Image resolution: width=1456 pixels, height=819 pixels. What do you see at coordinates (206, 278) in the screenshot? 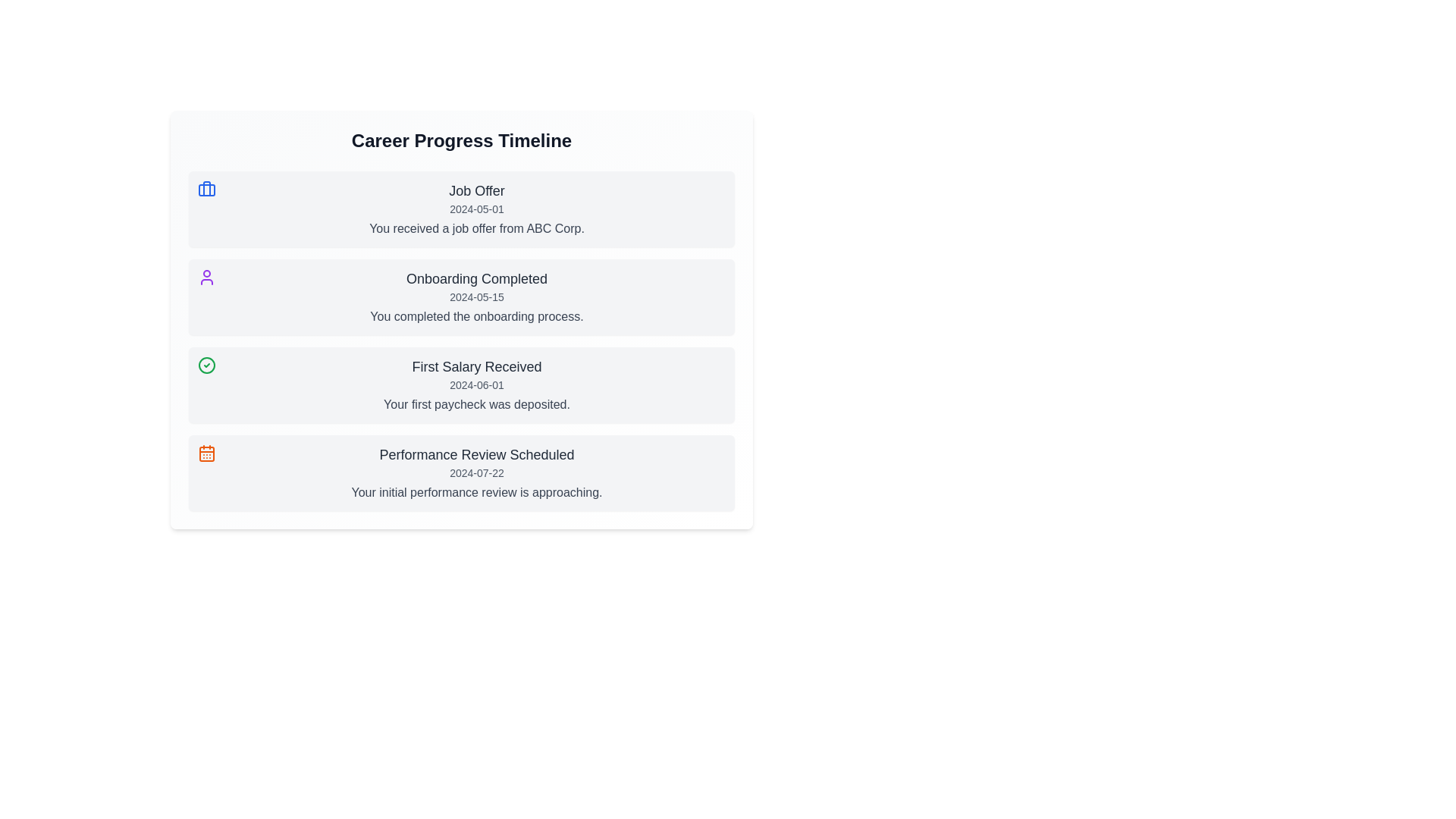
I see `the onboarding status icon located on the left side of the 'Onboarding Completed' row, above the text '2024-05-15' and 'You completed the onboarding process.'` at bounding box center [206, 278].